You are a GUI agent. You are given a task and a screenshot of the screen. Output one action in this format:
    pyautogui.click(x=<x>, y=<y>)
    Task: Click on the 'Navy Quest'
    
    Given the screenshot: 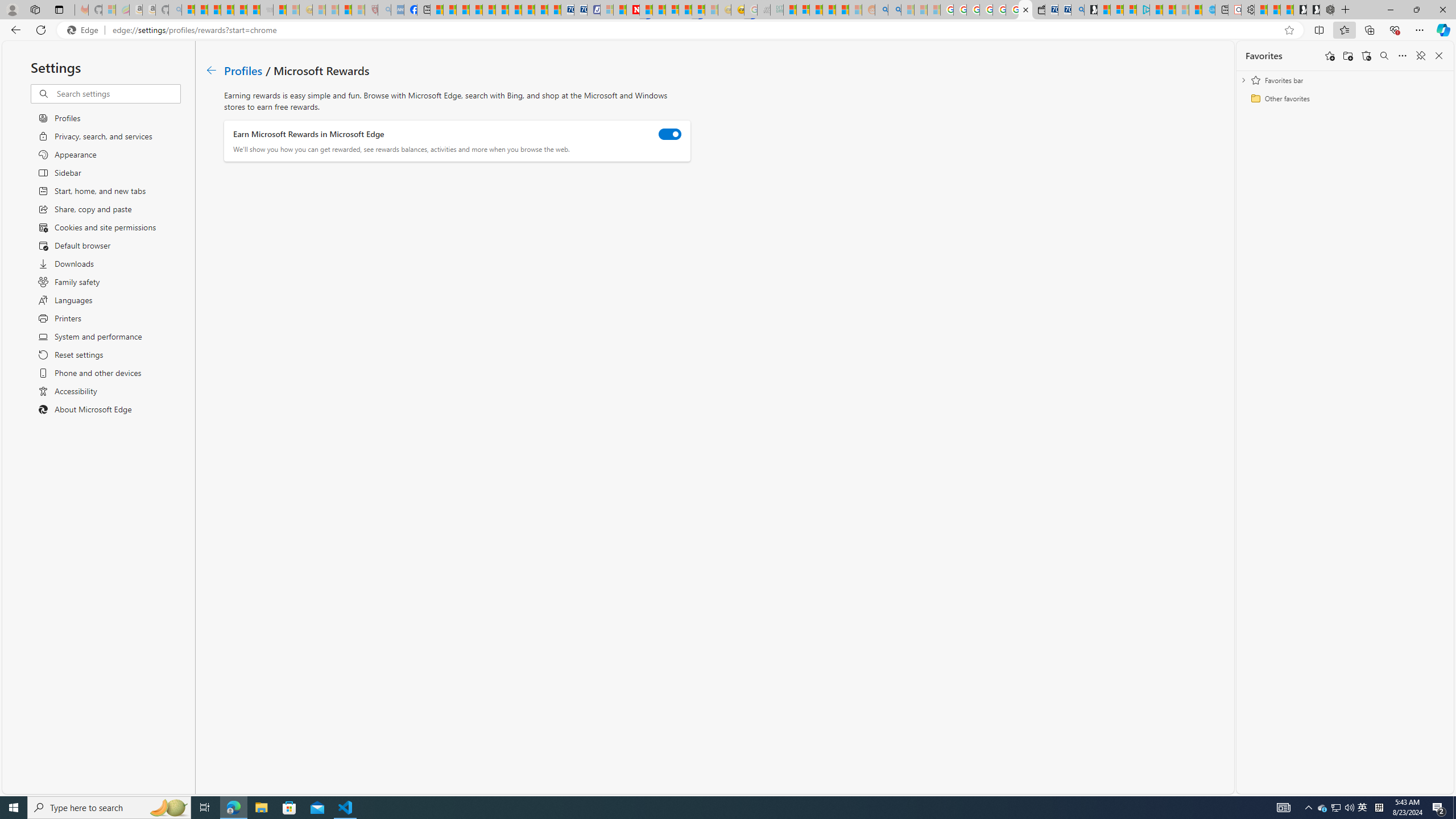 What is the action you would take?
    pyautogui.click(x=763, y=9)
    